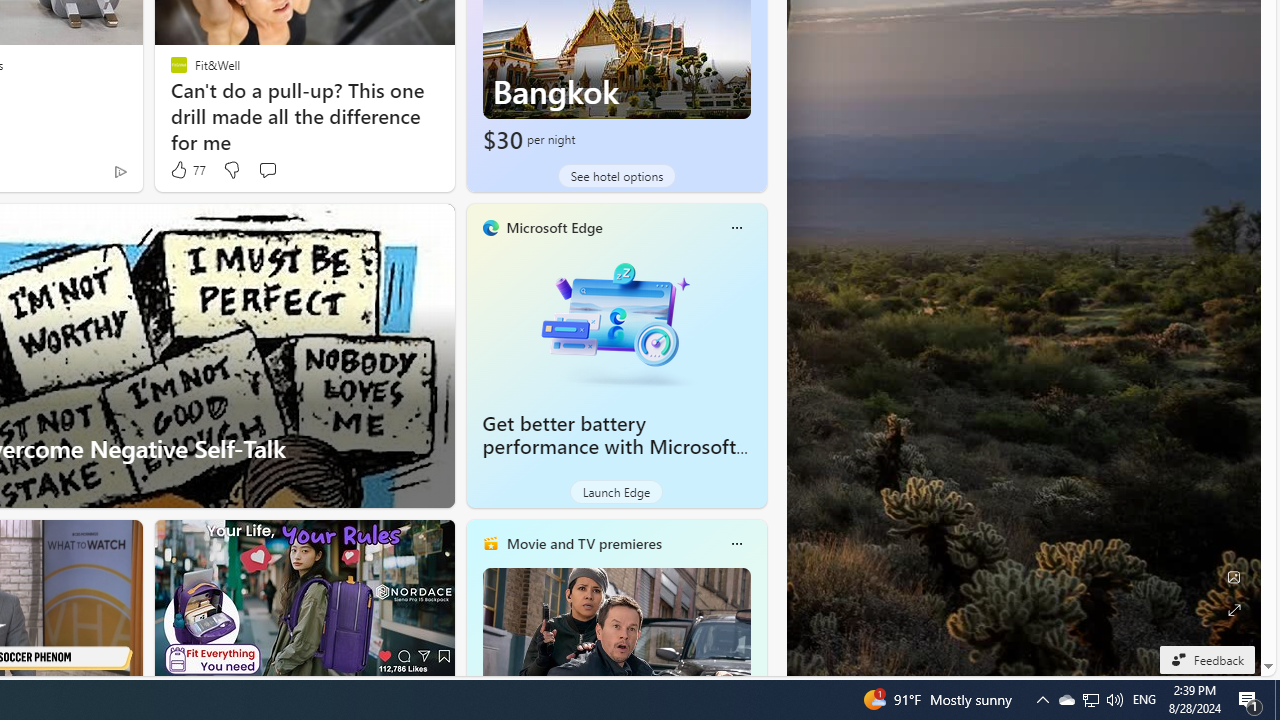 The height and width of the screenshot is (720, 1280). What do you see at coordinates (735, 543) in the screenshot?
I see `'Class: icon-img'` at bounding box center [735, 543].